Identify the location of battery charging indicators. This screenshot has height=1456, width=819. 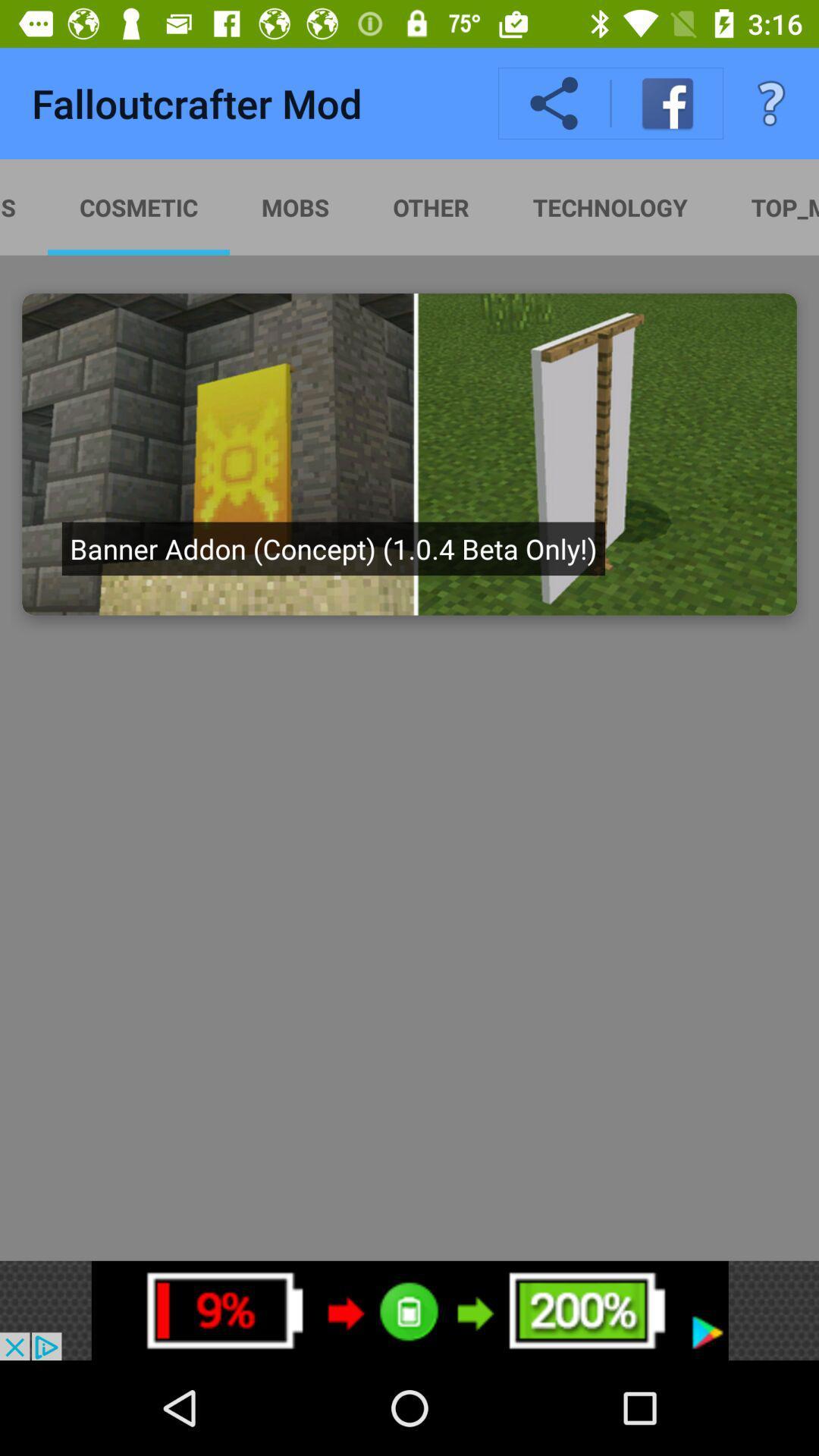
(409, 1310).